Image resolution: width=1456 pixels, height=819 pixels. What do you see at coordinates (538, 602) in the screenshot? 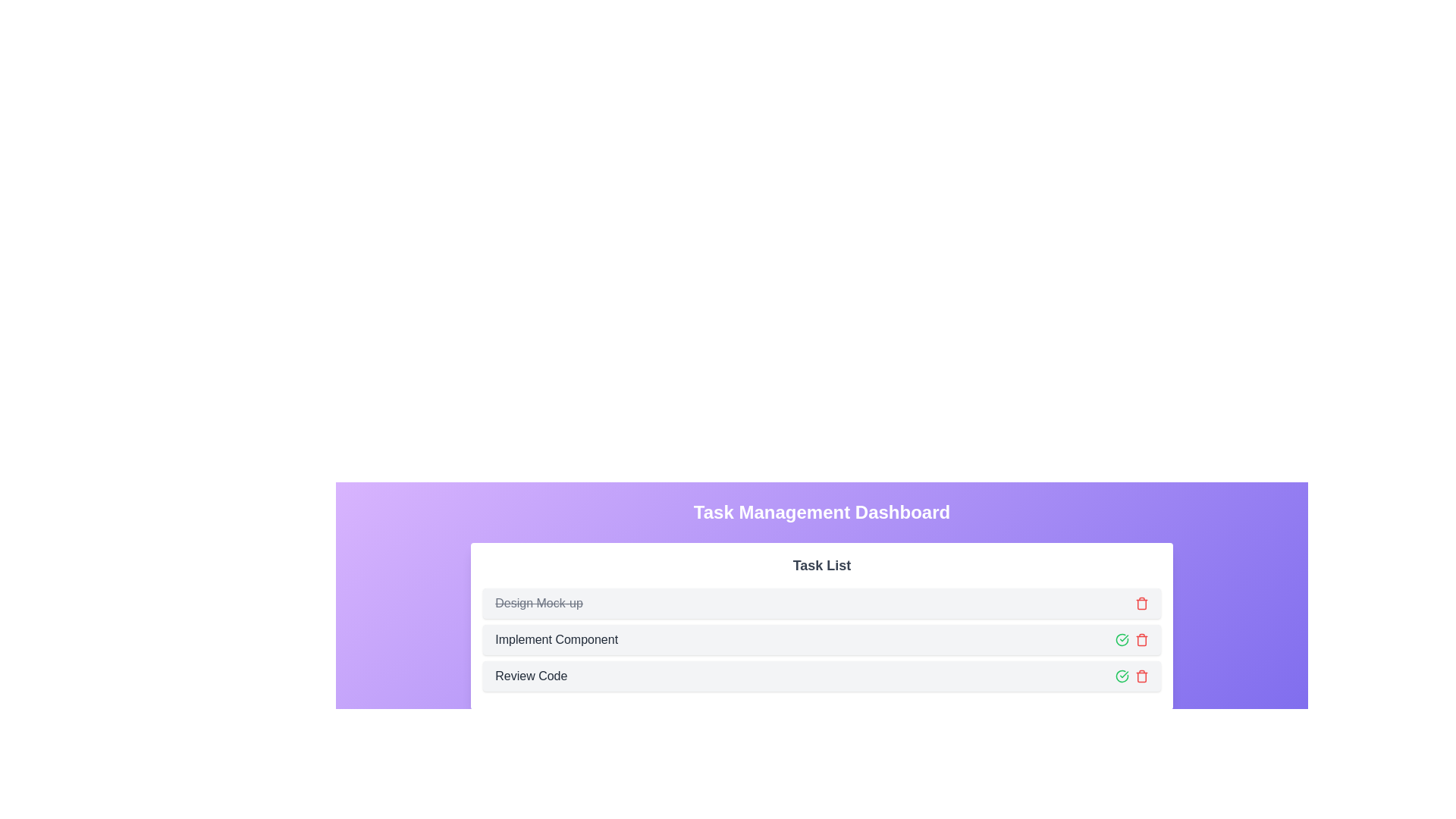
I see `the text 'Design Mock-up' which is displayed with a strikethrough in the first task row of the list` at bounding box center [538, 602].